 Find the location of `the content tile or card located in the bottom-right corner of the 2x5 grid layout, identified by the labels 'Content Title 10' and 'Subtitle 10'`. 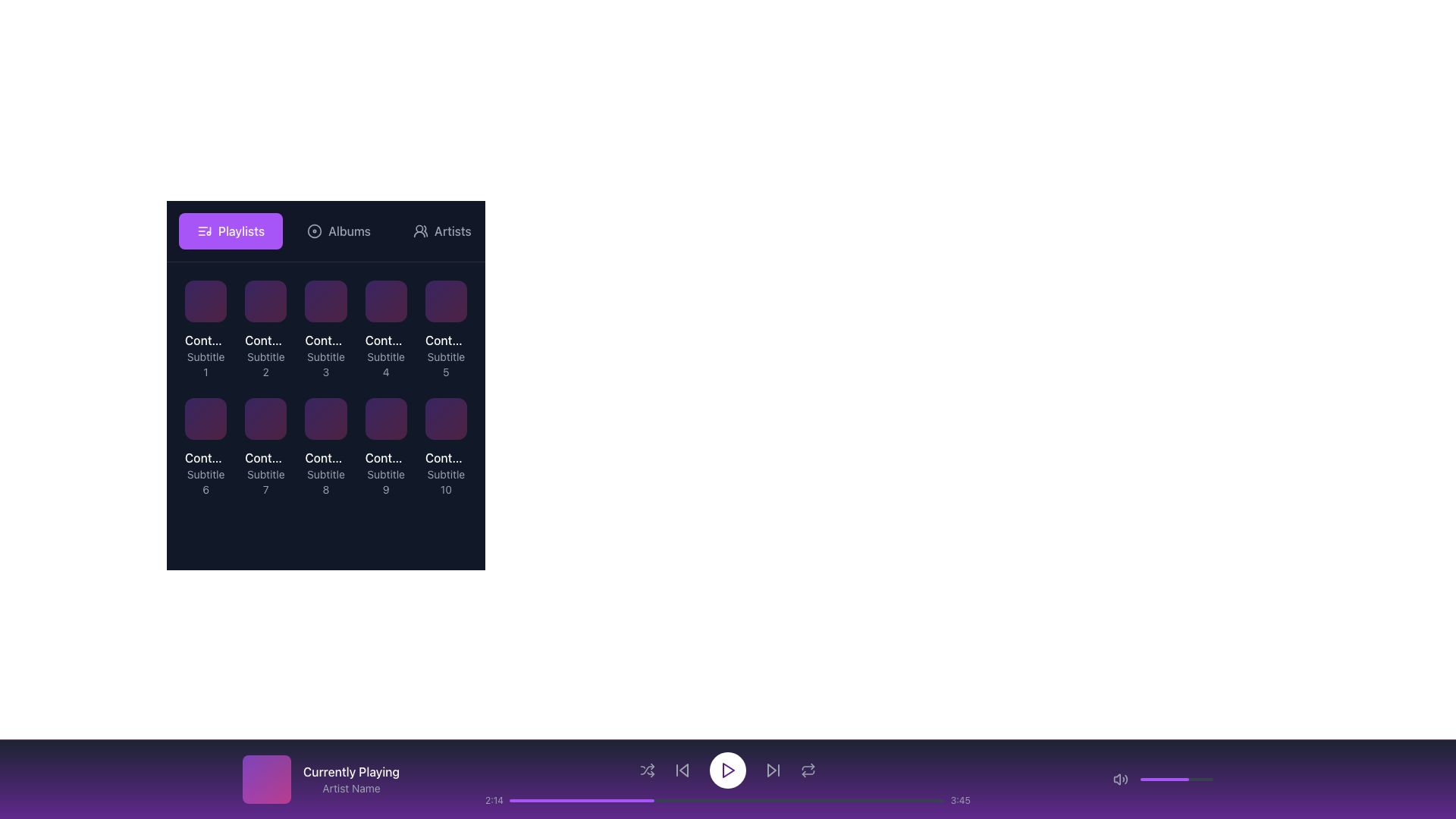

the content tile or card located in the bottom-right corner of the 2x5 grid layout, identified by the labels 'Content Title 10' and 'Subtitle 10' is located at coordinates (445, 419).